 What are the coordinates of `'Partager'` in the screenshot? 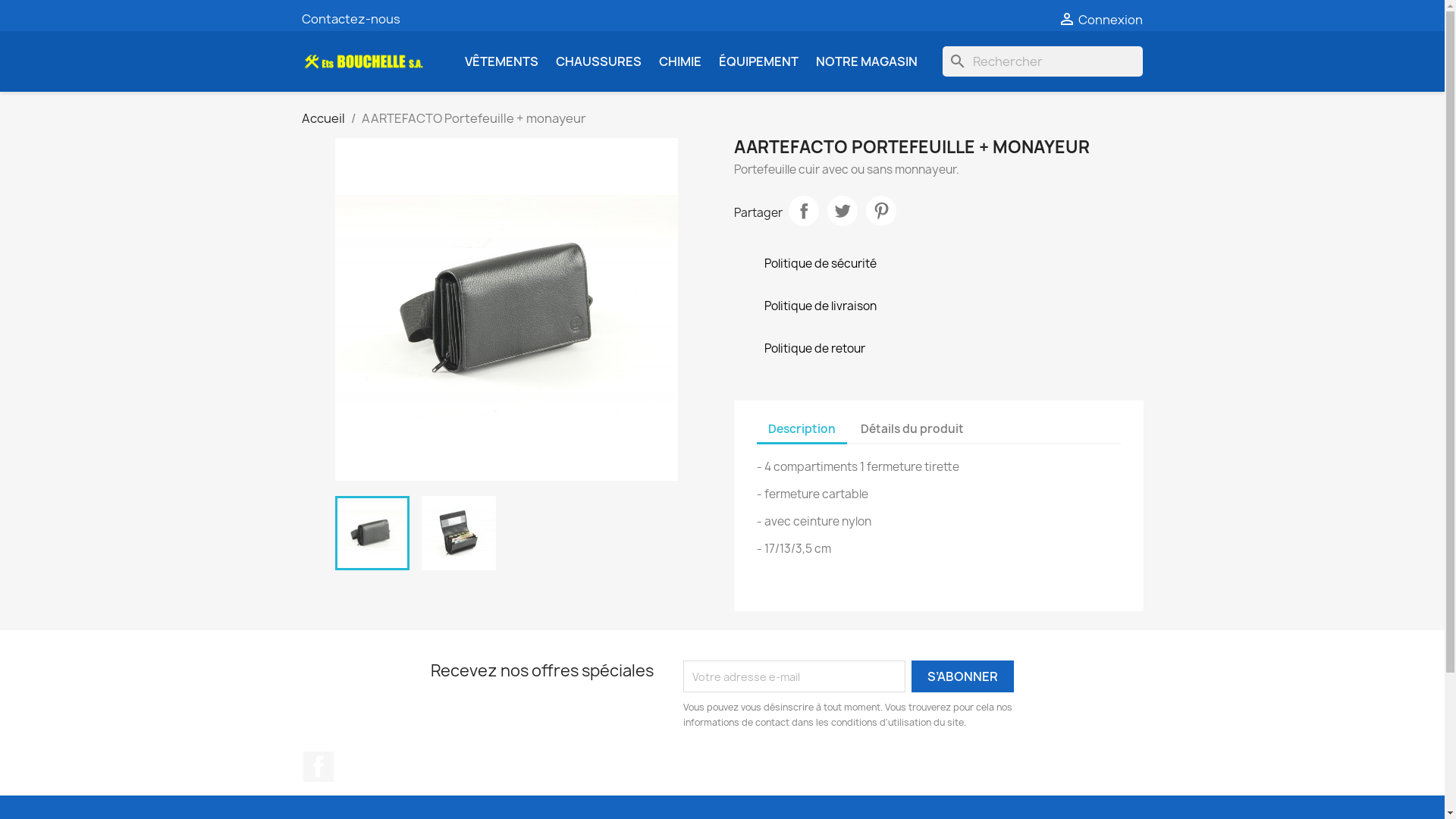 It's located at (803, 210).